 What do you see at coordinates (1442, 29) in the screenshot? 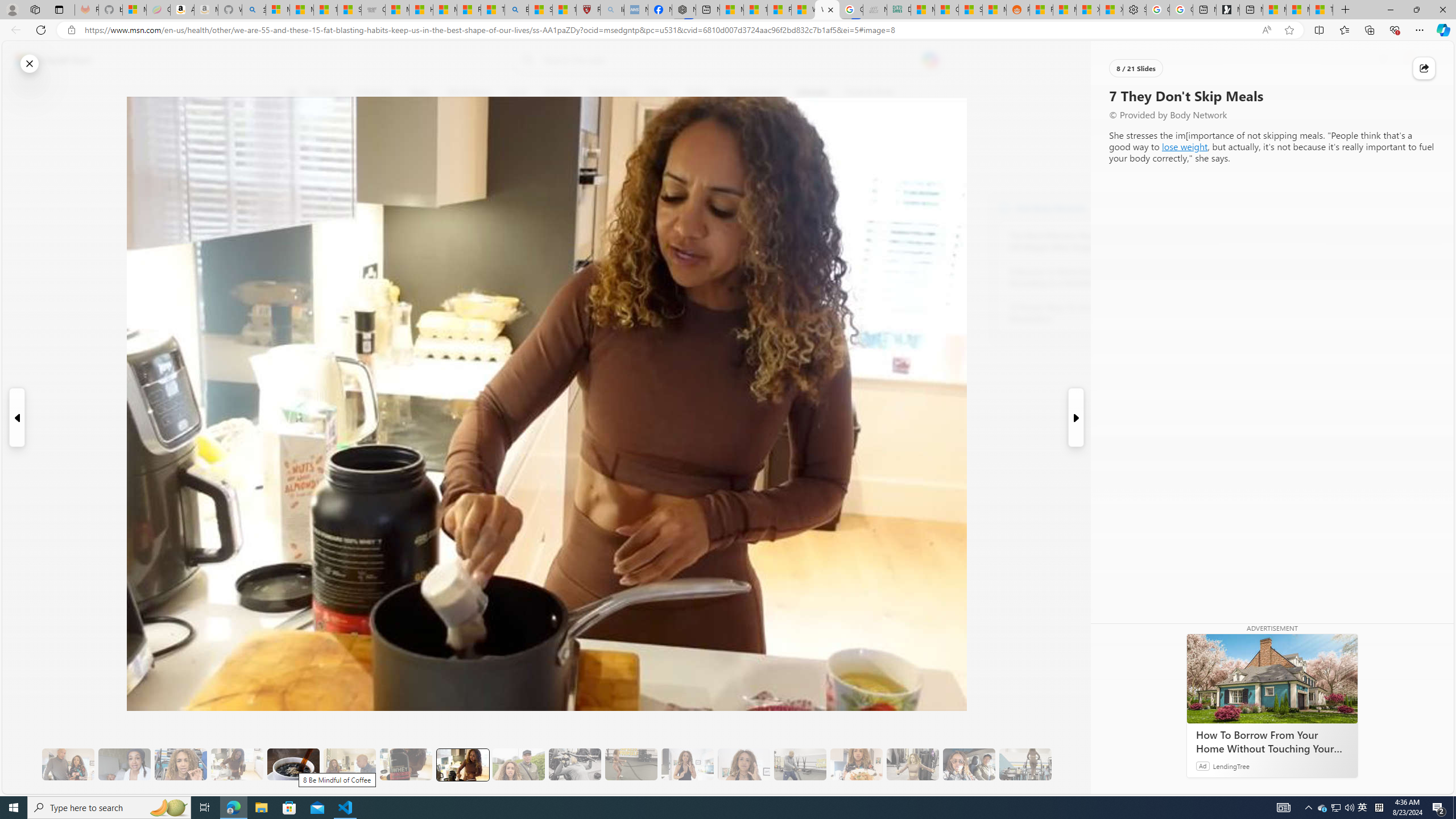
I see `'Copilot (Ctrl+Shift+.)'` at bounding box center [1442, 29].